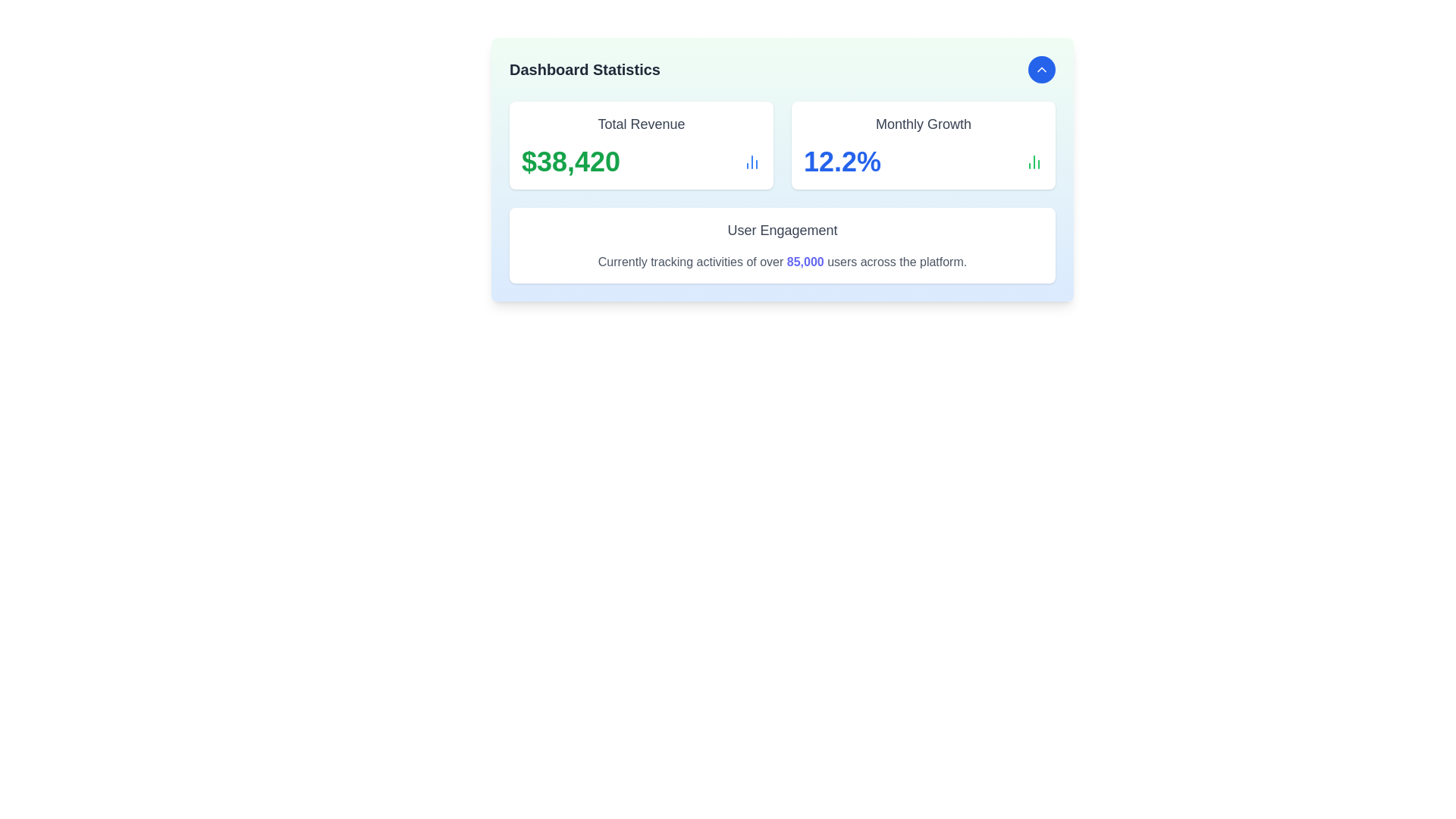 Image resolution: width=1456 pixels, height=819 pixels. I want to click on title 'User Engagement' and the content 'Currently tracking activities of over 85,000 users across the platform.' from the Informational Card located in the bottom row of the grid layout, so click(783, 245).